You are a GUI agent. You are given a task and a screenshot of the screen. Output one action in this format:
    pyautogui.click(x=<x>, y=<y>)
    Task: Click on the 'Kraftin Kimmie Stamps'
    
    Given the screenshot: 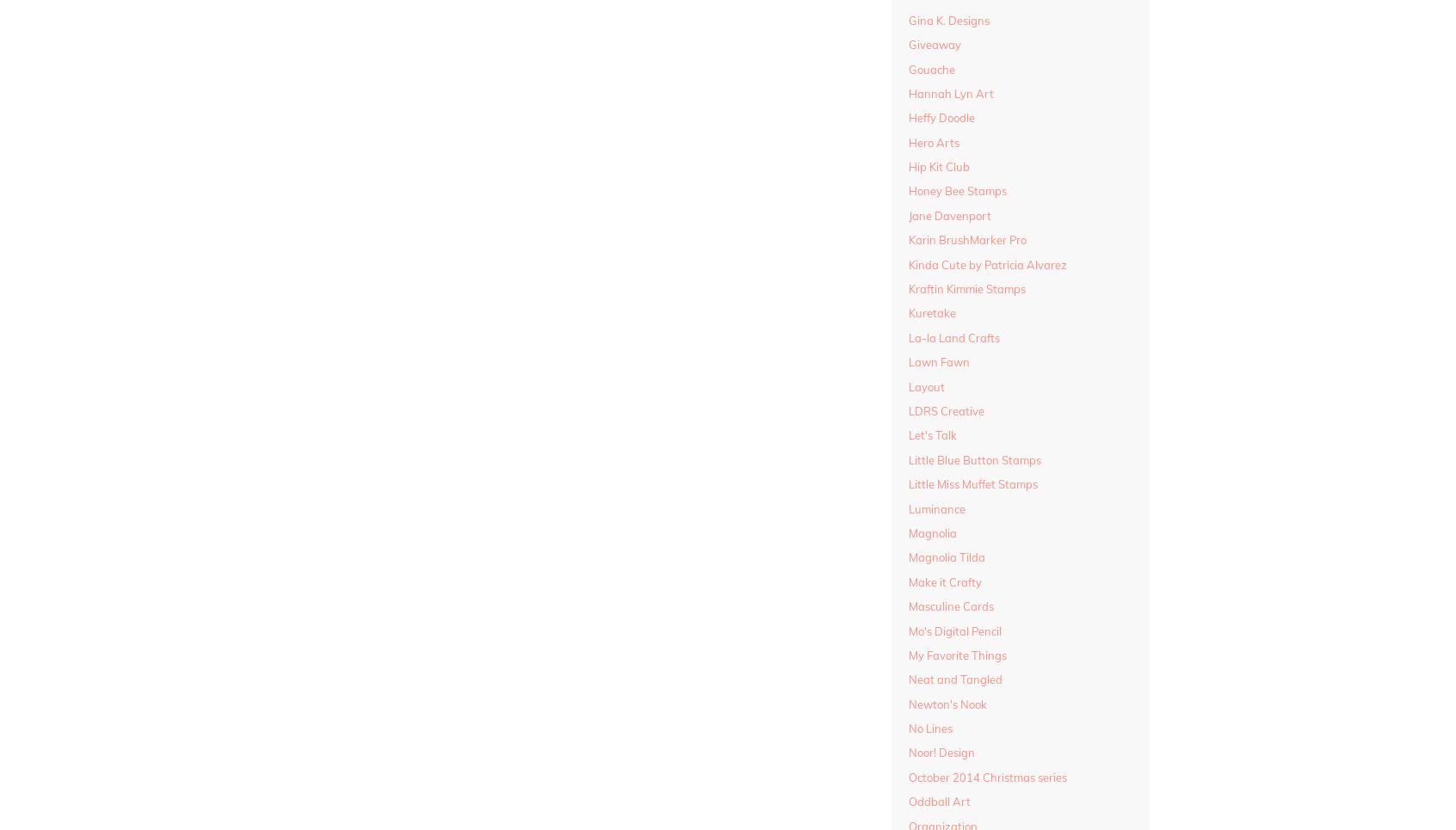 What is the action you would take?
    pyautogui.click(x=966, y=289)
    